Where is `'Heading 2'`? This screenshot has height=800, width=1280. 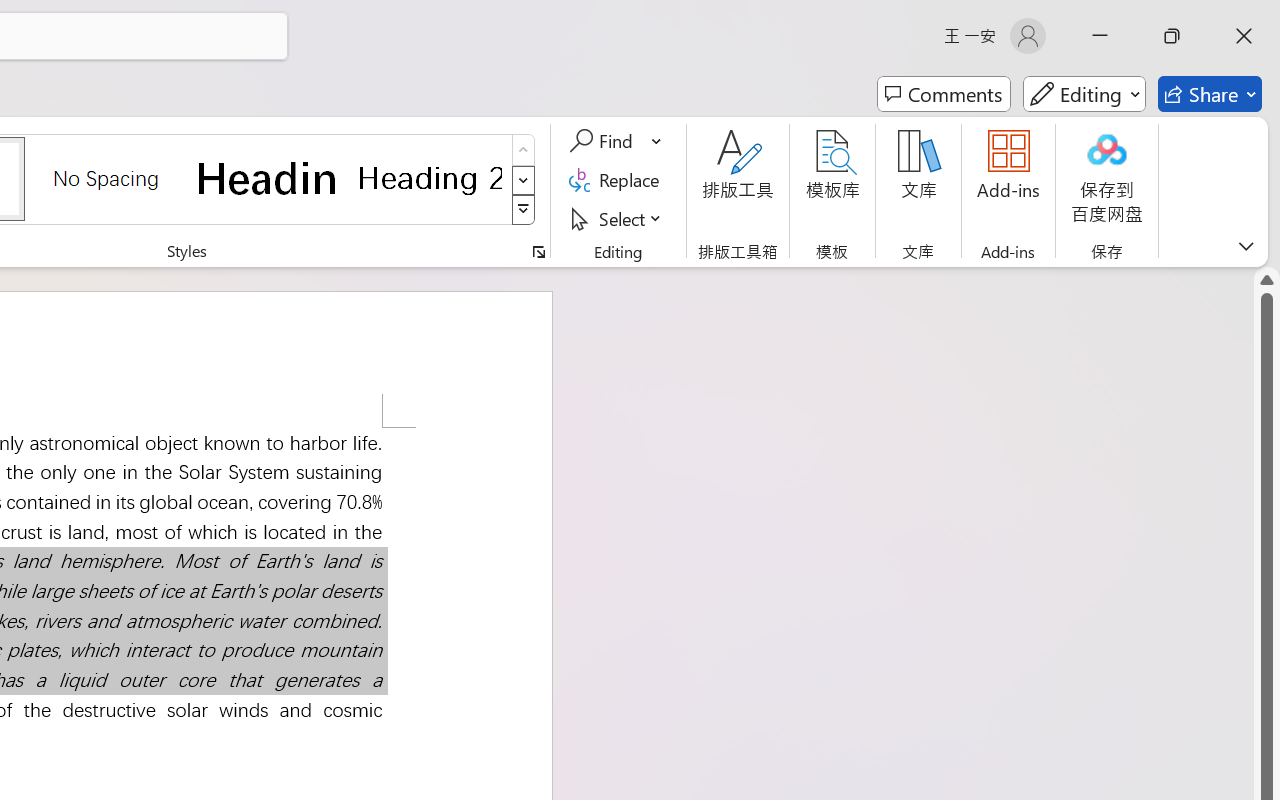
'Heading 2' is located at coordinates (429, 177).